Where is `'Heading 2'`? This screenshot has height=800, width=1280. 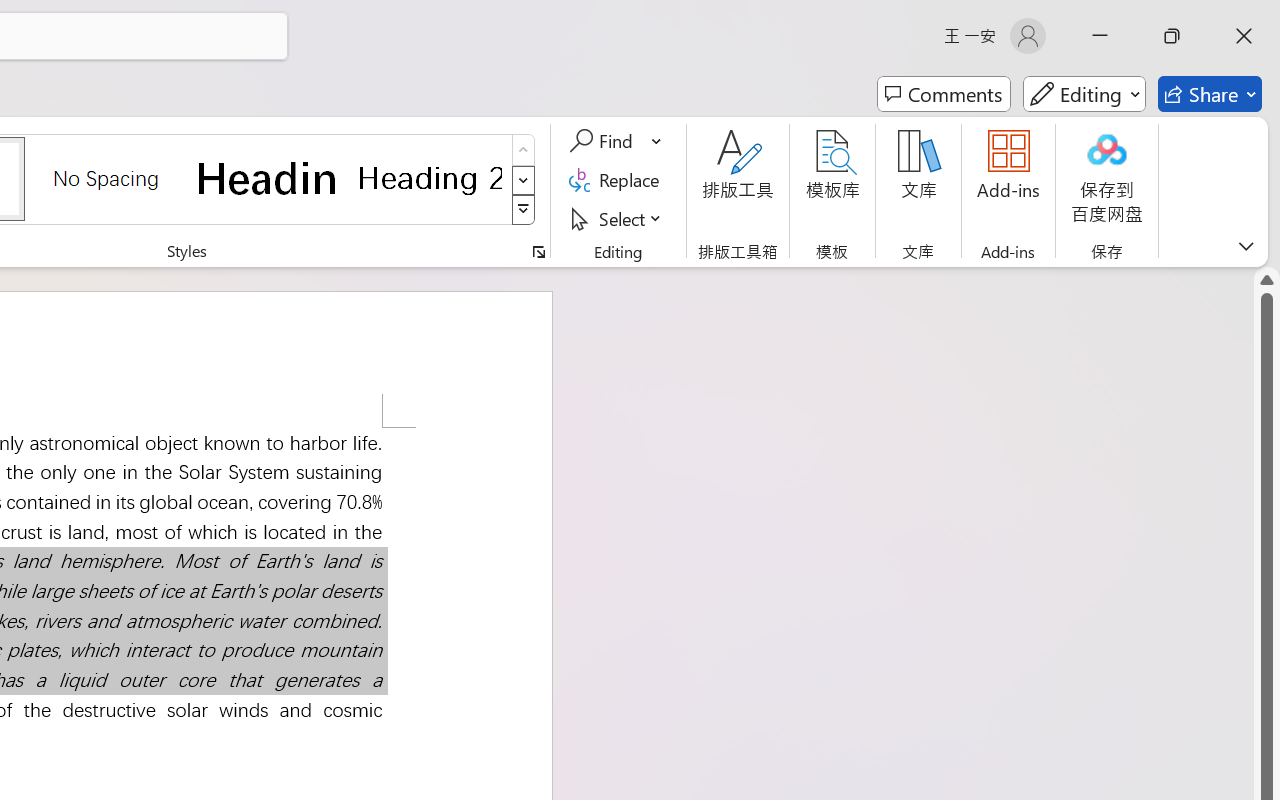
'Heading 2' is located at coordinates (429, 177).